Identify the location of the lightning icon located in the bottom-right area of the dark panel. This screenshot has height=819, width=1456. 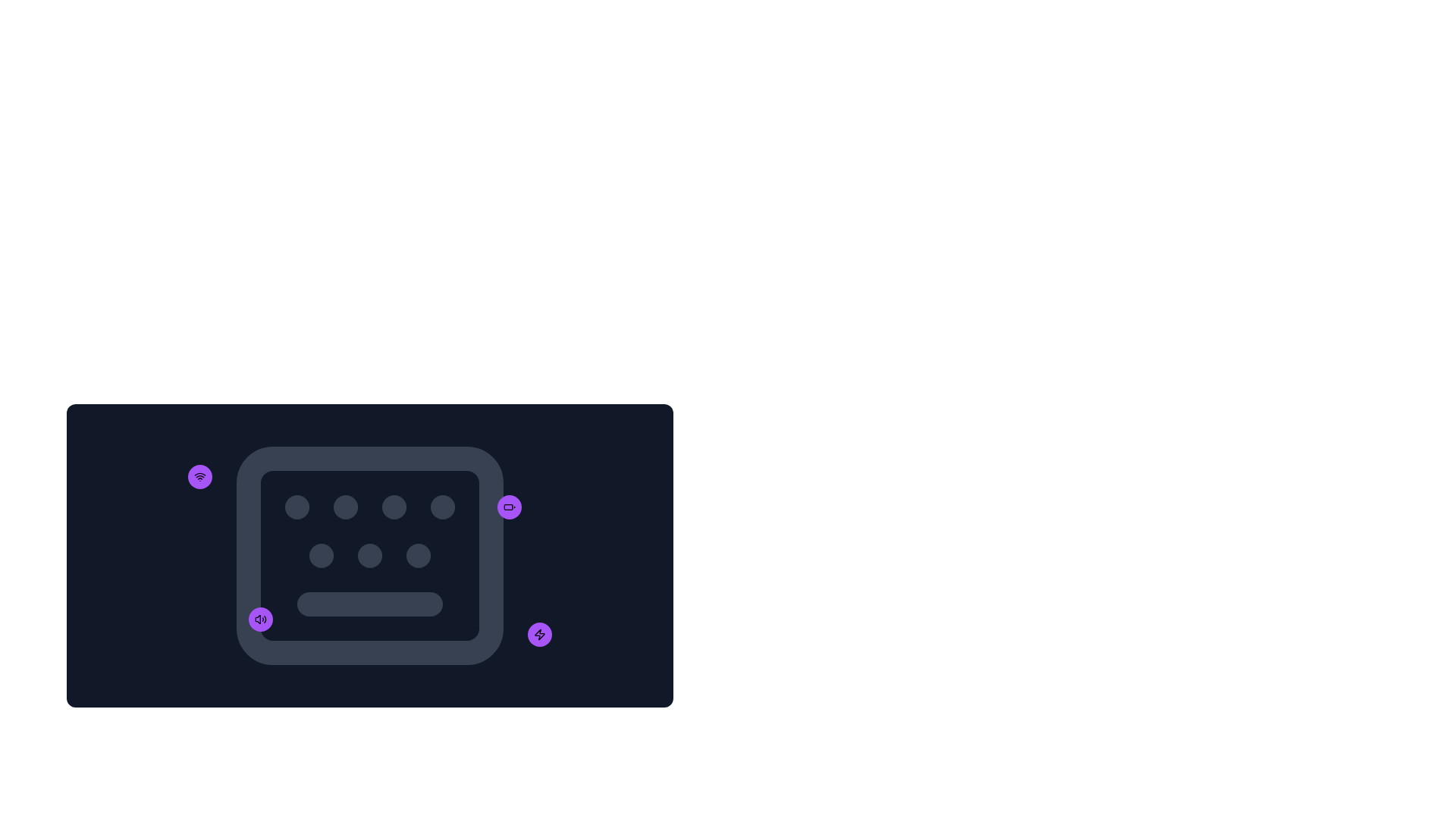
(539, 635).